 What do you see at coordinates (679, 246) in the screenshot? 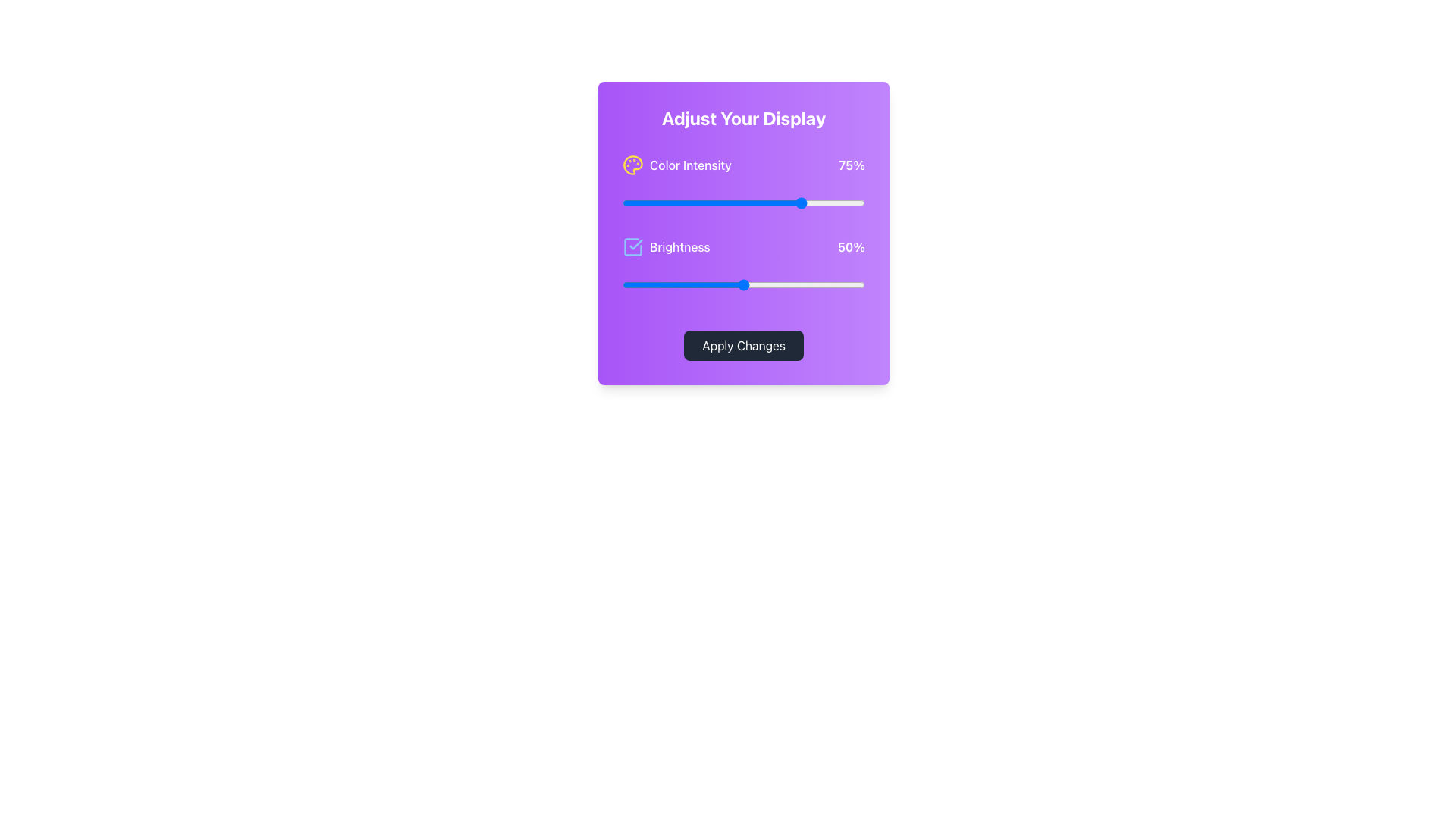
I see `text label displaying 'Brightness' which is located to the right of a checkbox icon in a control group with a gradient purple background` at bounding box center [679, 246].